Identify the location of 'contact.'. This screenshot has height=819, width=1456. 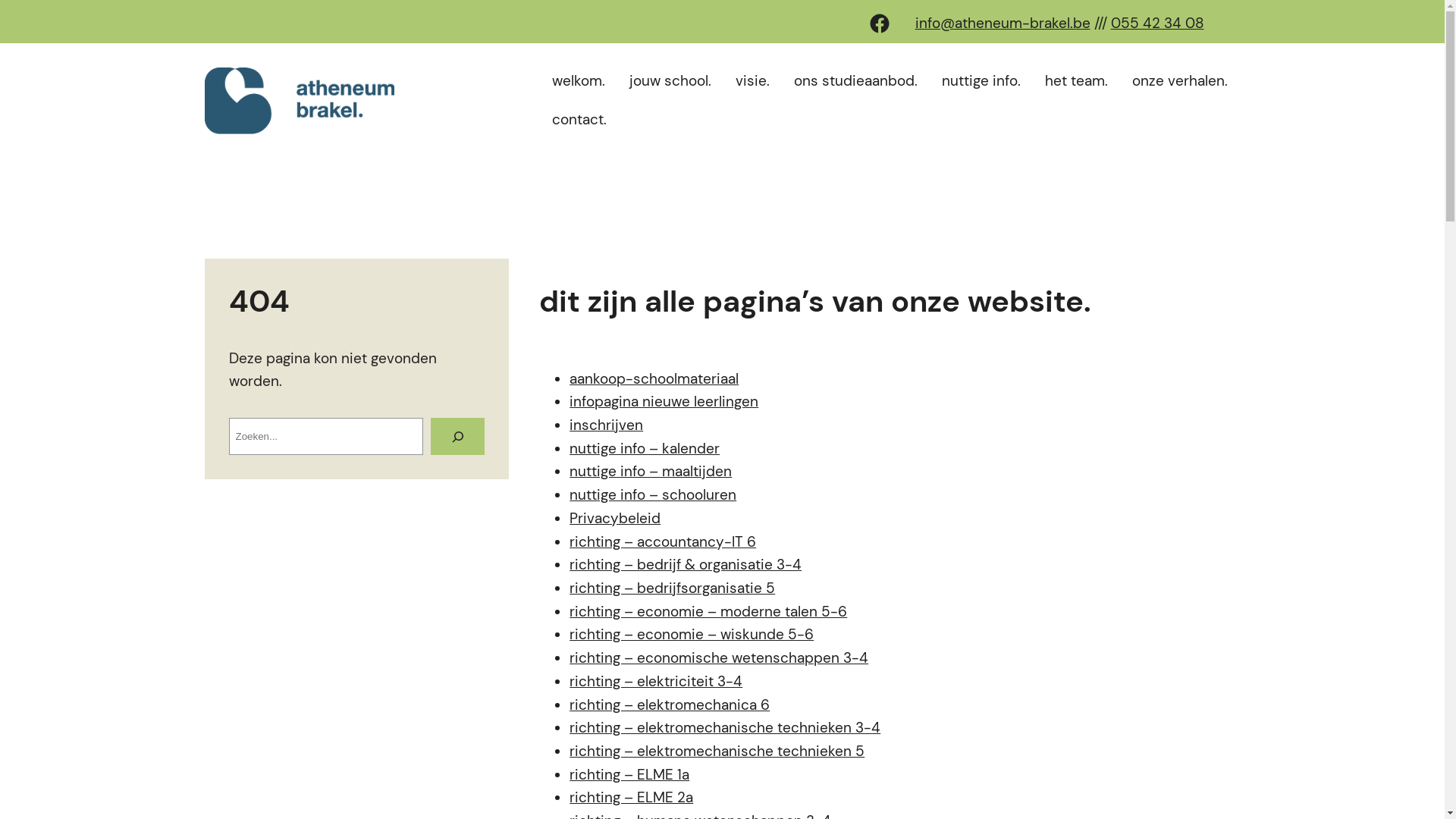
(578, 119).